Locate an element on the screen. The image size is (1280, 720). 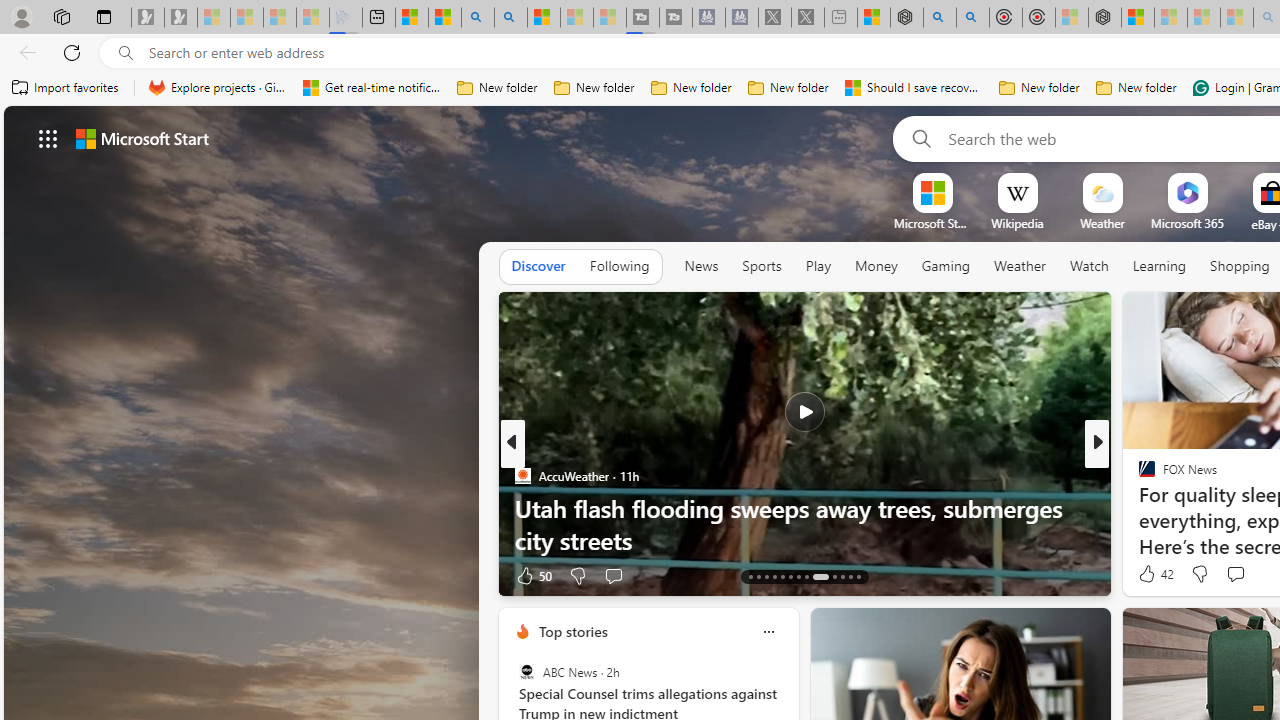
'Watch' is located at coordinates (1088, 266).